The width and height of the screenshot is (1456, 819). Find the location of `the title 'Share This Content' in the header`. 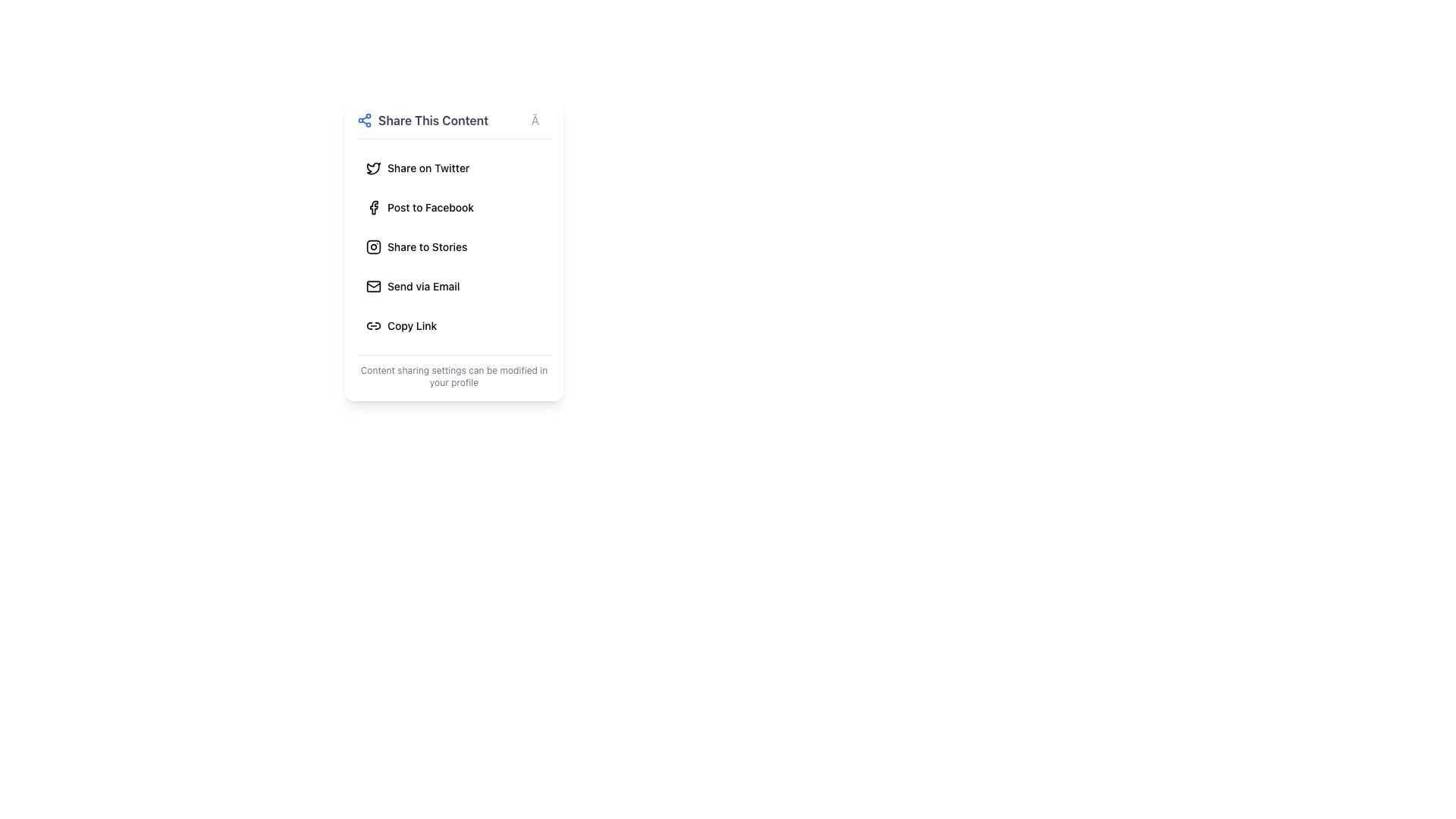

the title 'Share This Content' in the header is located at coordinates (453, 124).